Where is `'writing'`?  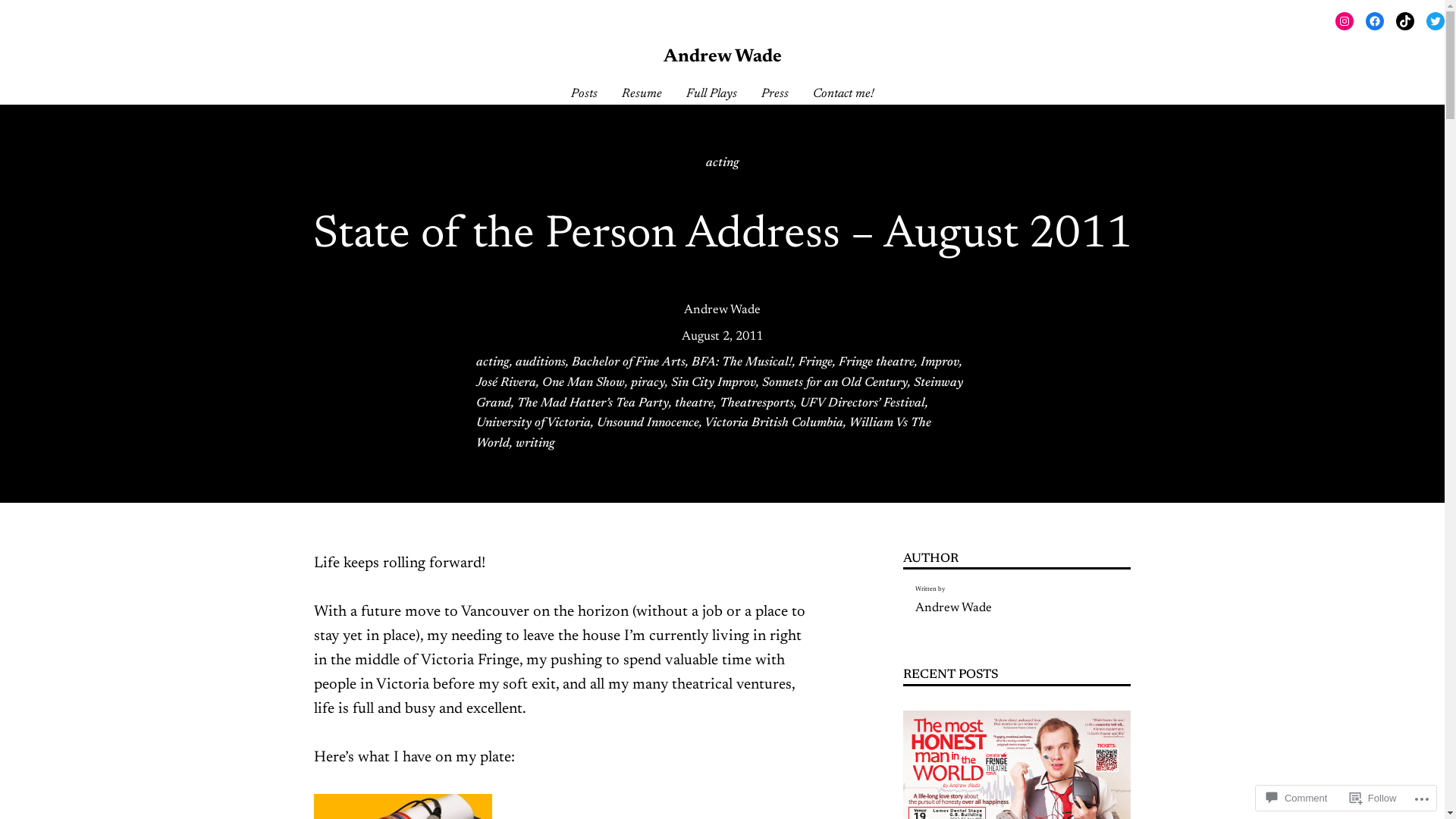
'writing' is located at coordinates (535, 444).